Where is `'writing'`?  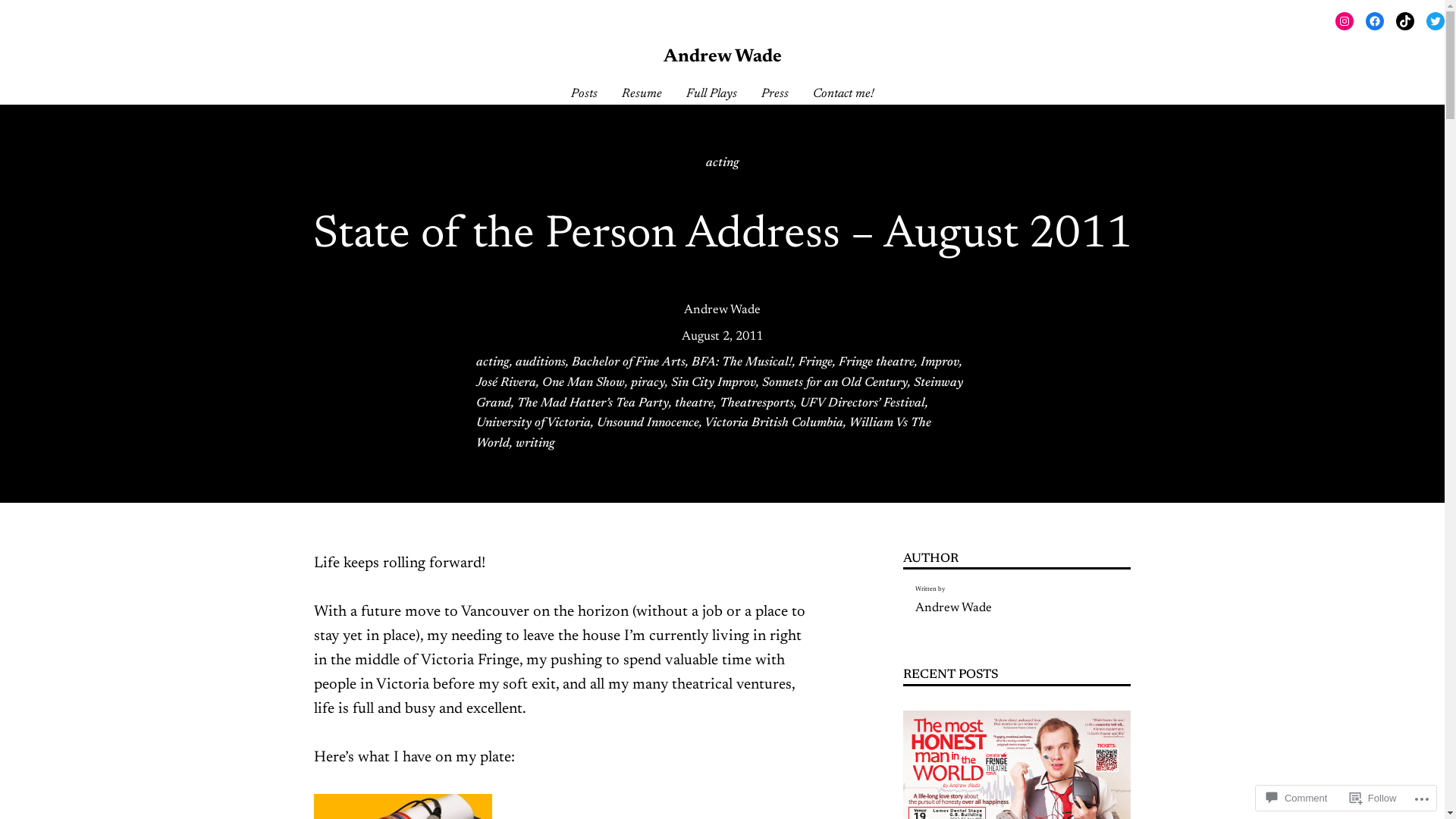
'writing' is located at coordinates (535, 444).